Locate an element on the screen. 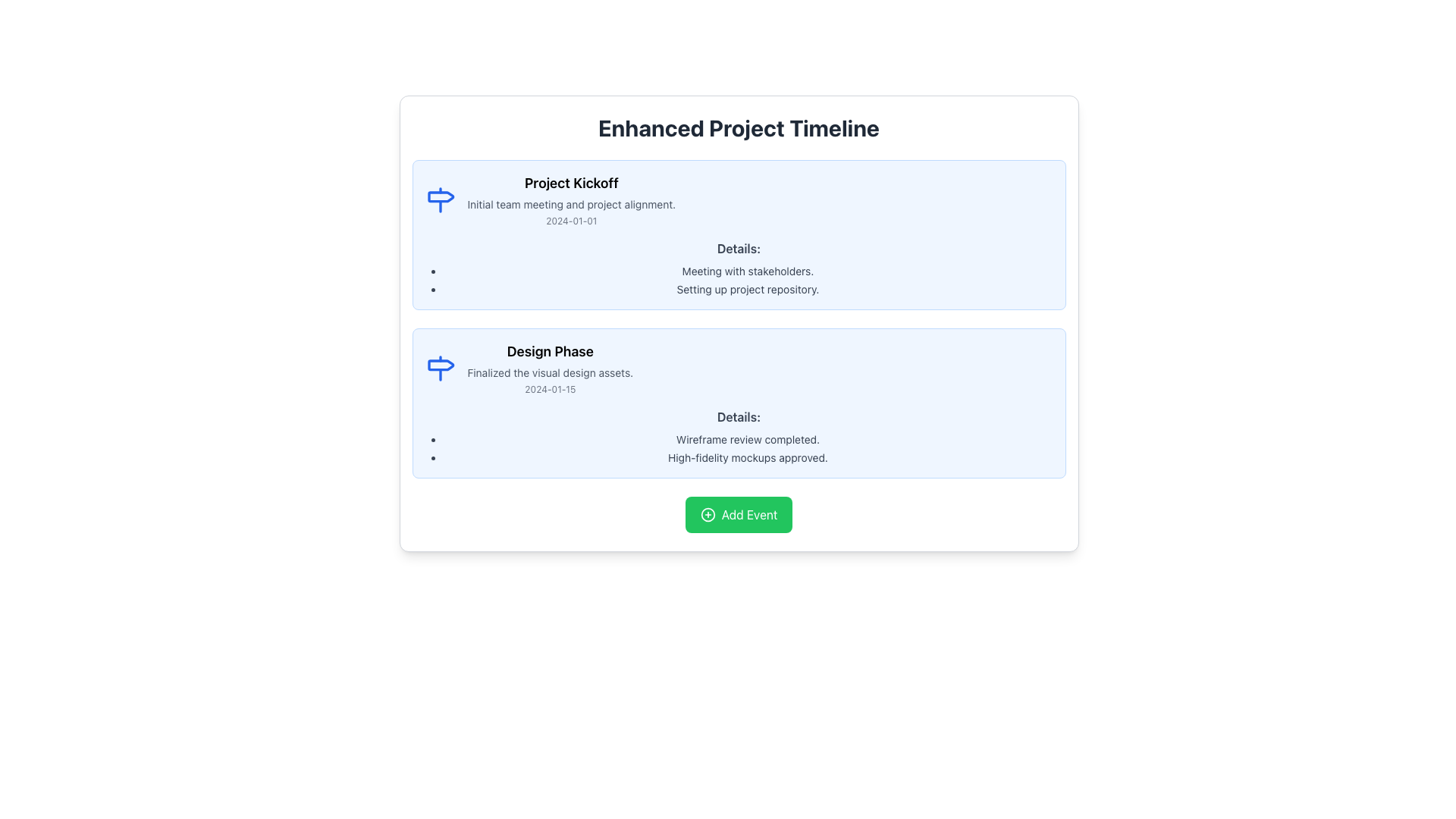 This screenshot has height=819, width=1456. the blue directional signpost icon with opposing arrows, located next to the 'Project Kickoff' heading in the project timeline interface is located at coordinates (439, 199).